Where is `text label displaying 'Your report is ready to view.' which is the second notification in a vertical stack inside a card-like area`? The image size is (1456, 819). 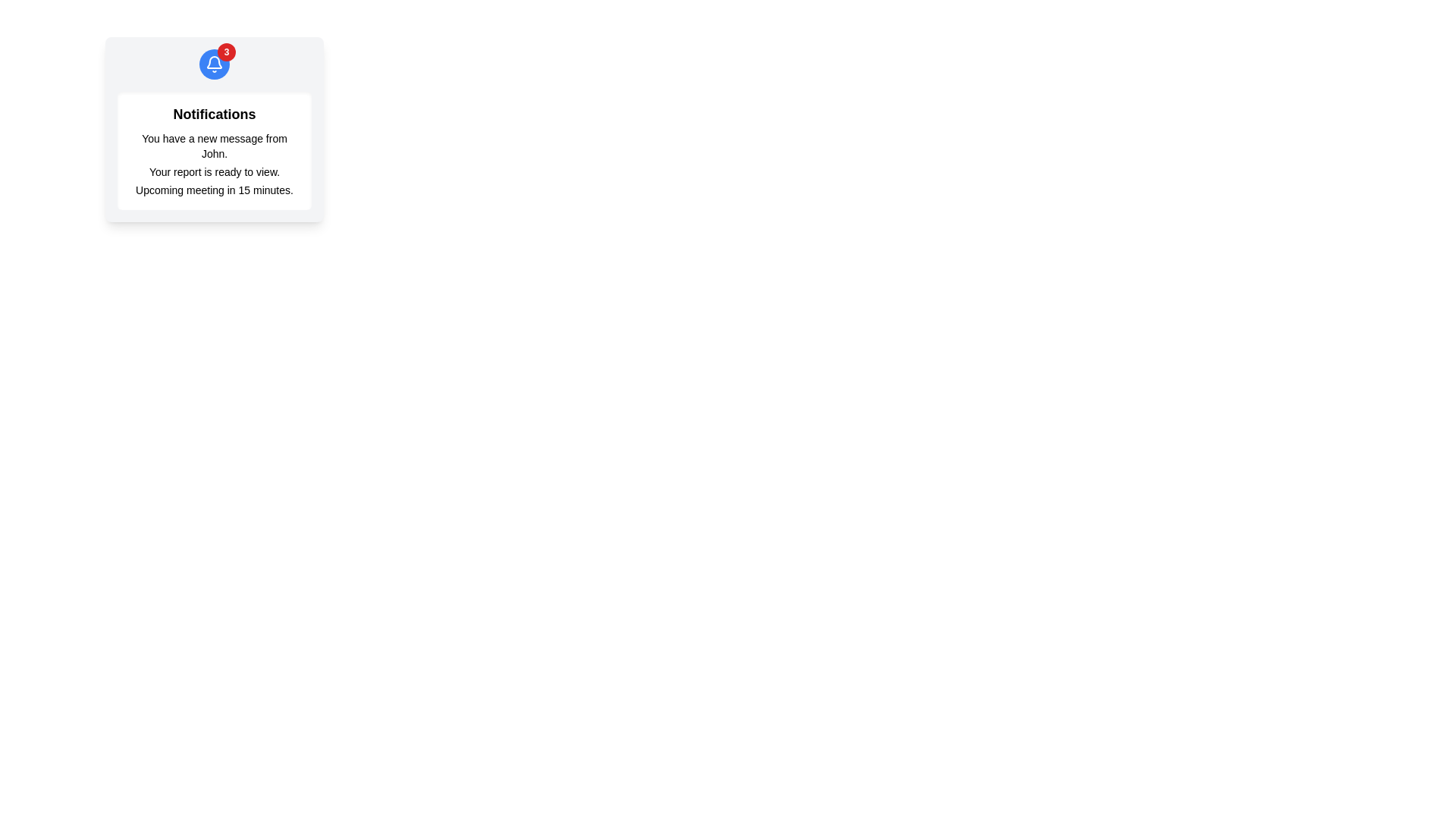
text label displaying 'Your report is ready to view.' which is the second notification in a vertical stack inside a card-like area is located at coordinates (214, 171).